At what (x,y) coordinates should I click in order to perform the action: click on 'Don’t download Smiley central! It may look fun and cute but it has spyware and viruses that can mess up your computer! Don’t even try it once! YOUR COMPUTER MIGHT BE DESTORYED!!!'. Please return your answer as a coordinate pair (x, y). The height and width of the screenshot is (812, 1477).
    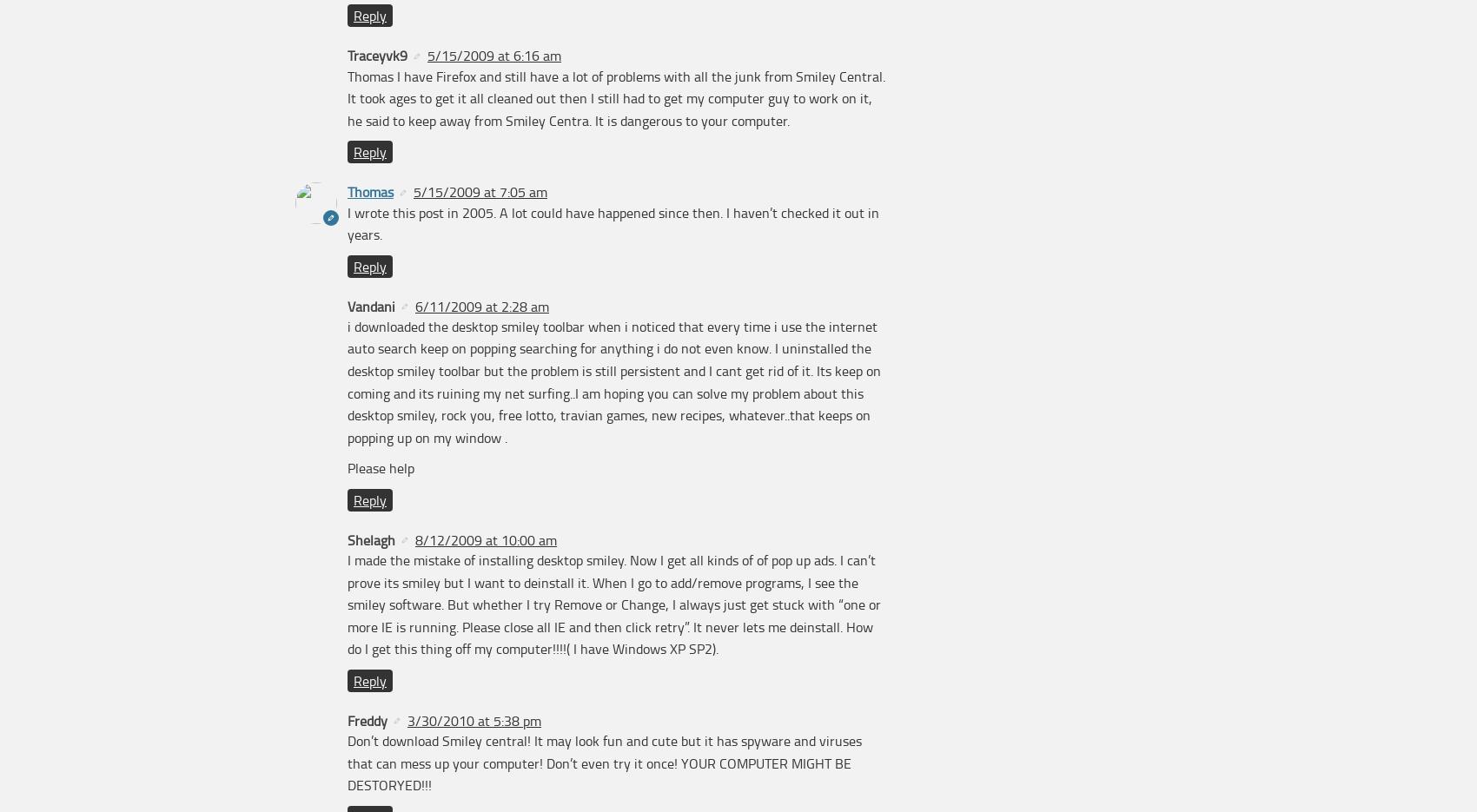
    Looking at the image, I should click on (604, 762).